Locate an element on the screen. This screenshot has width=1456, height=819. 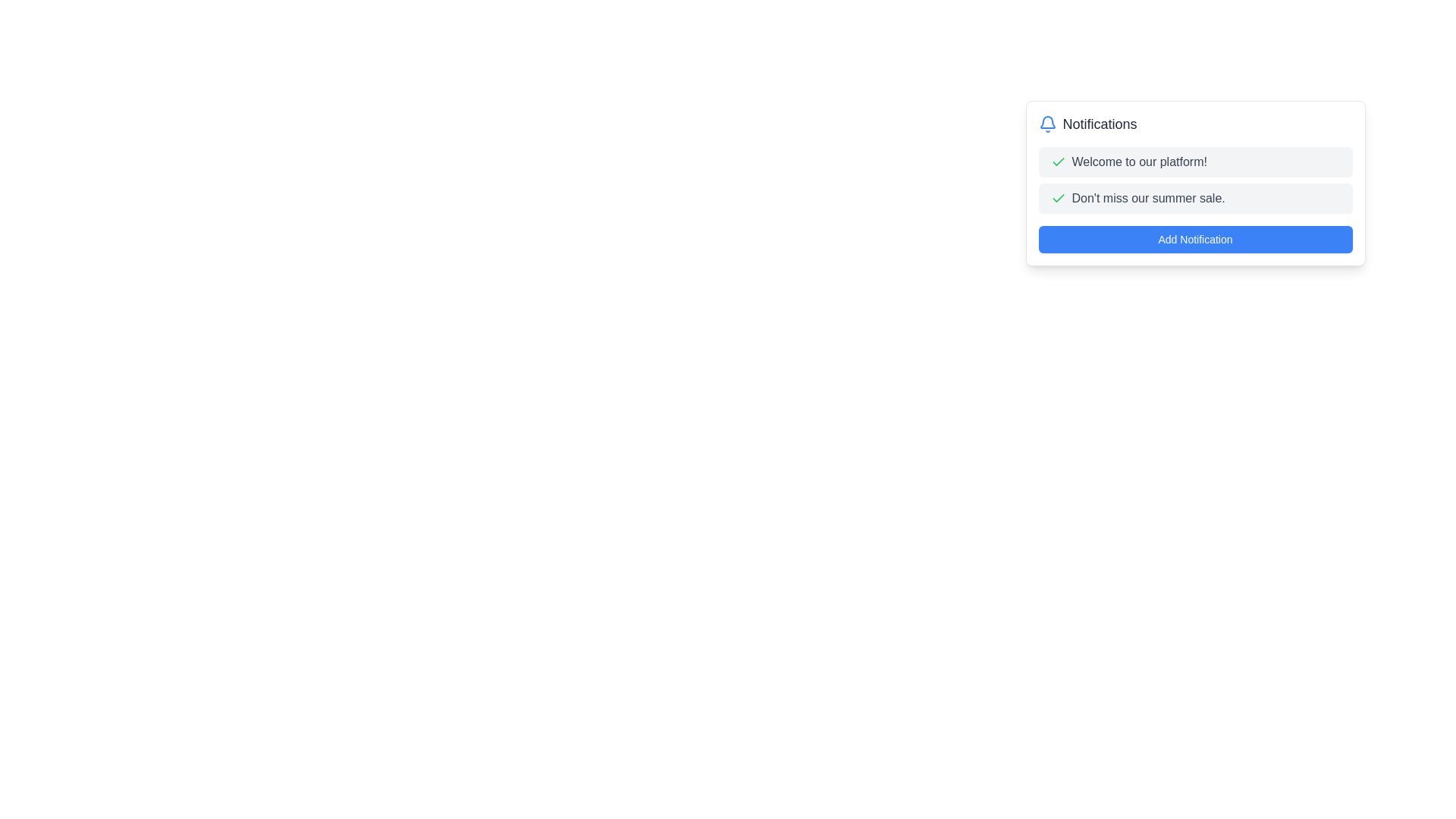
the success indicator icon located on the left side of the text that states, "Don't miss our summer sale," in the second notification row of the notification box is located at coordinates (1057, 198).